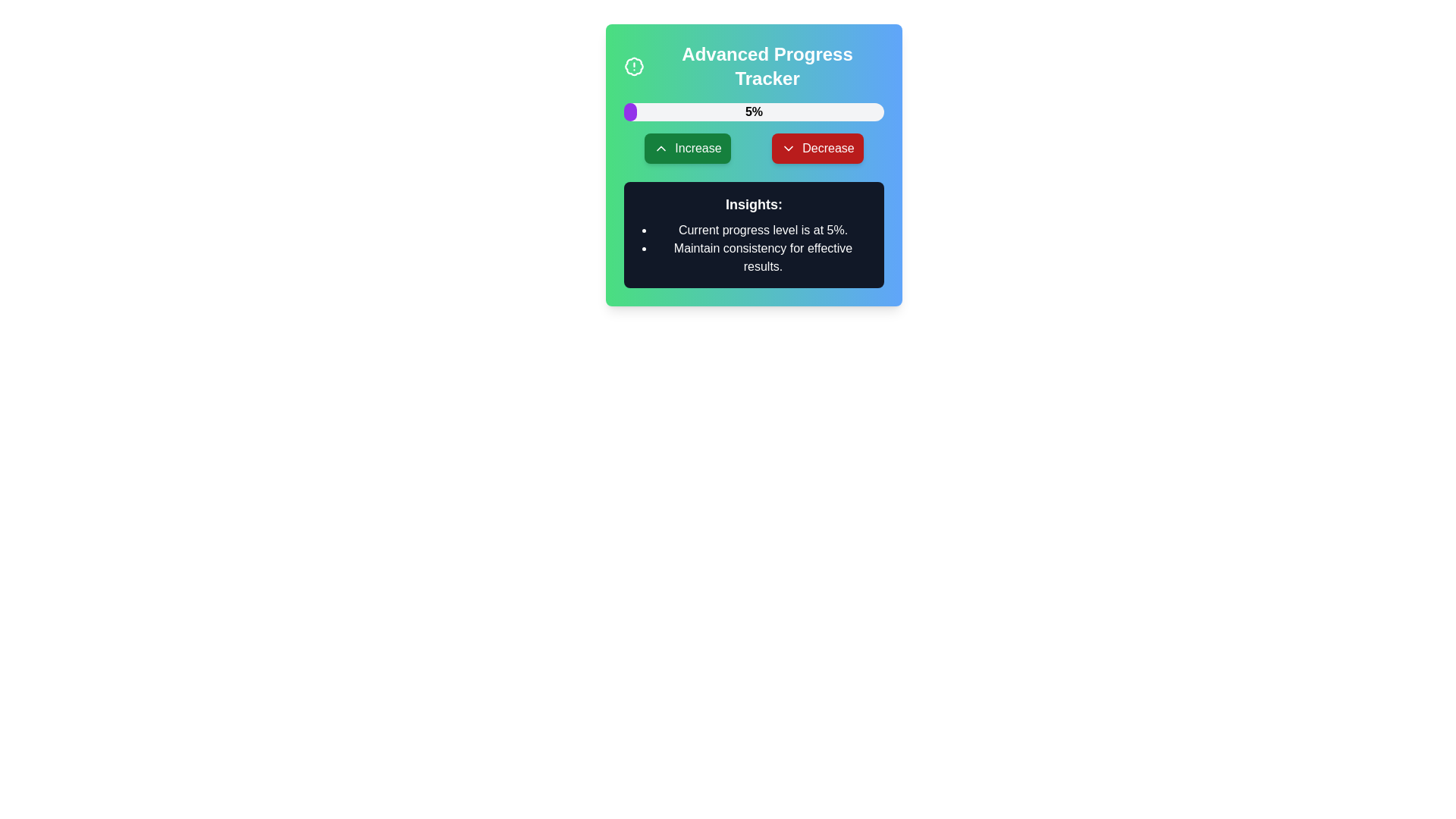  I want to click on the 'Decrease' button in the Button Group to decrease the value associated with the progress bar above, so click(754, 149).